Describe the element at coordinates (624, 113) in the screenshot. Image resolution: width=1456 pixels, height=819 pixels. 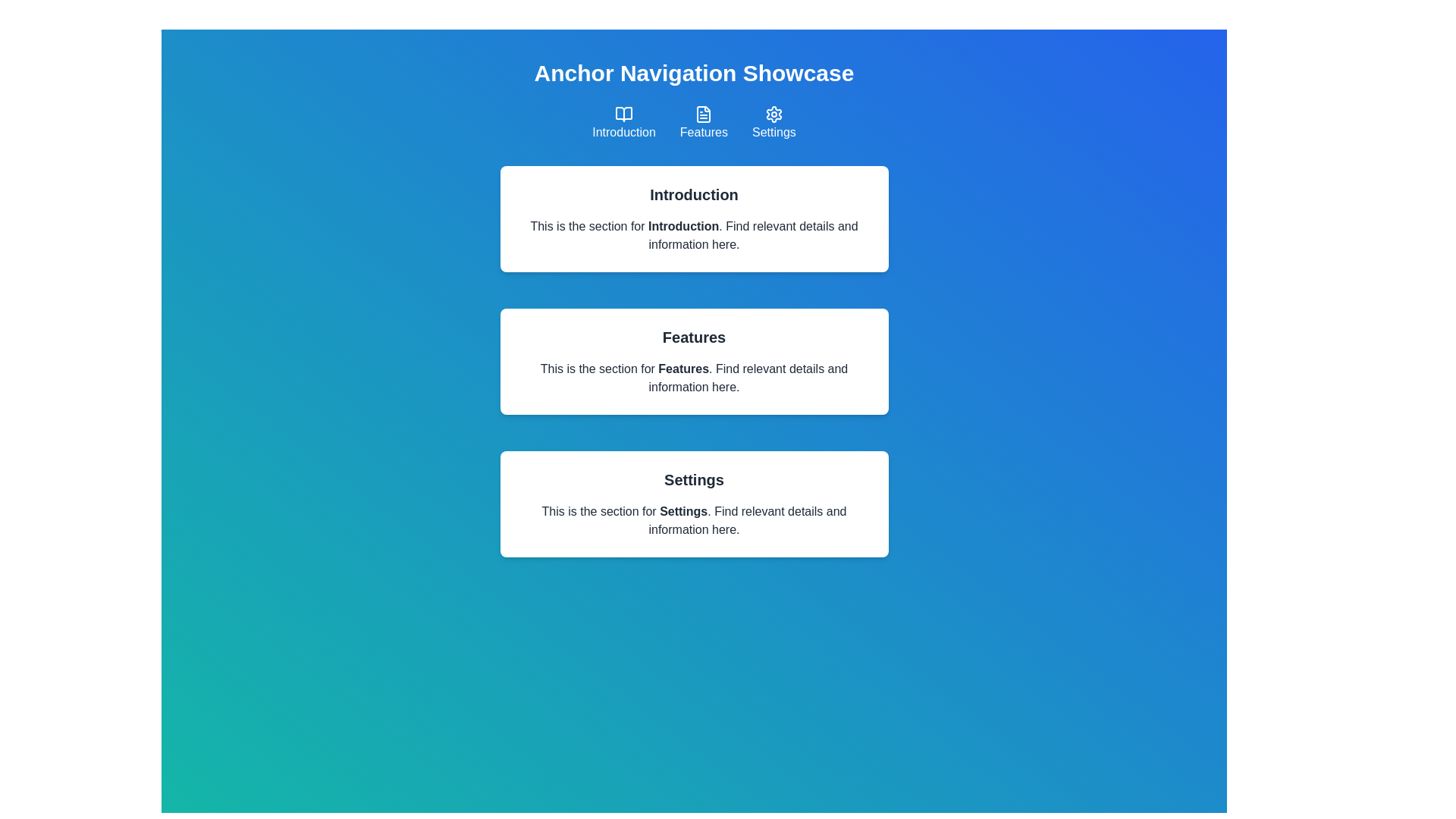
I see `the open book icon in the top navigation section, which is the leftmost icon among three navigation items` at that location.